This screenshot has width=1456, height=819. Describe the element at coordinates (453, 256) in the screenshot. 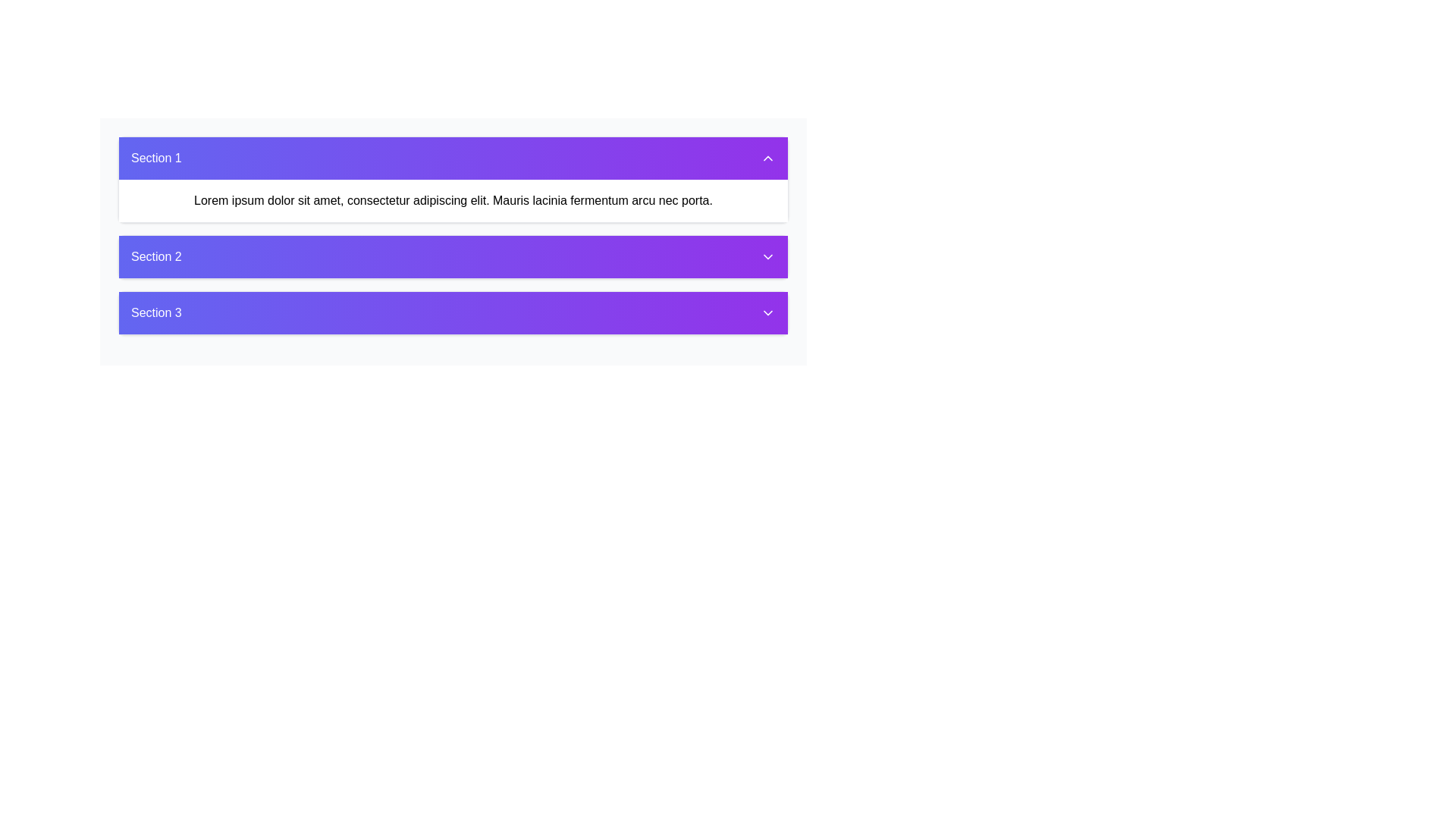

I see `the 'Section 2' button with a gradient background` at that location.